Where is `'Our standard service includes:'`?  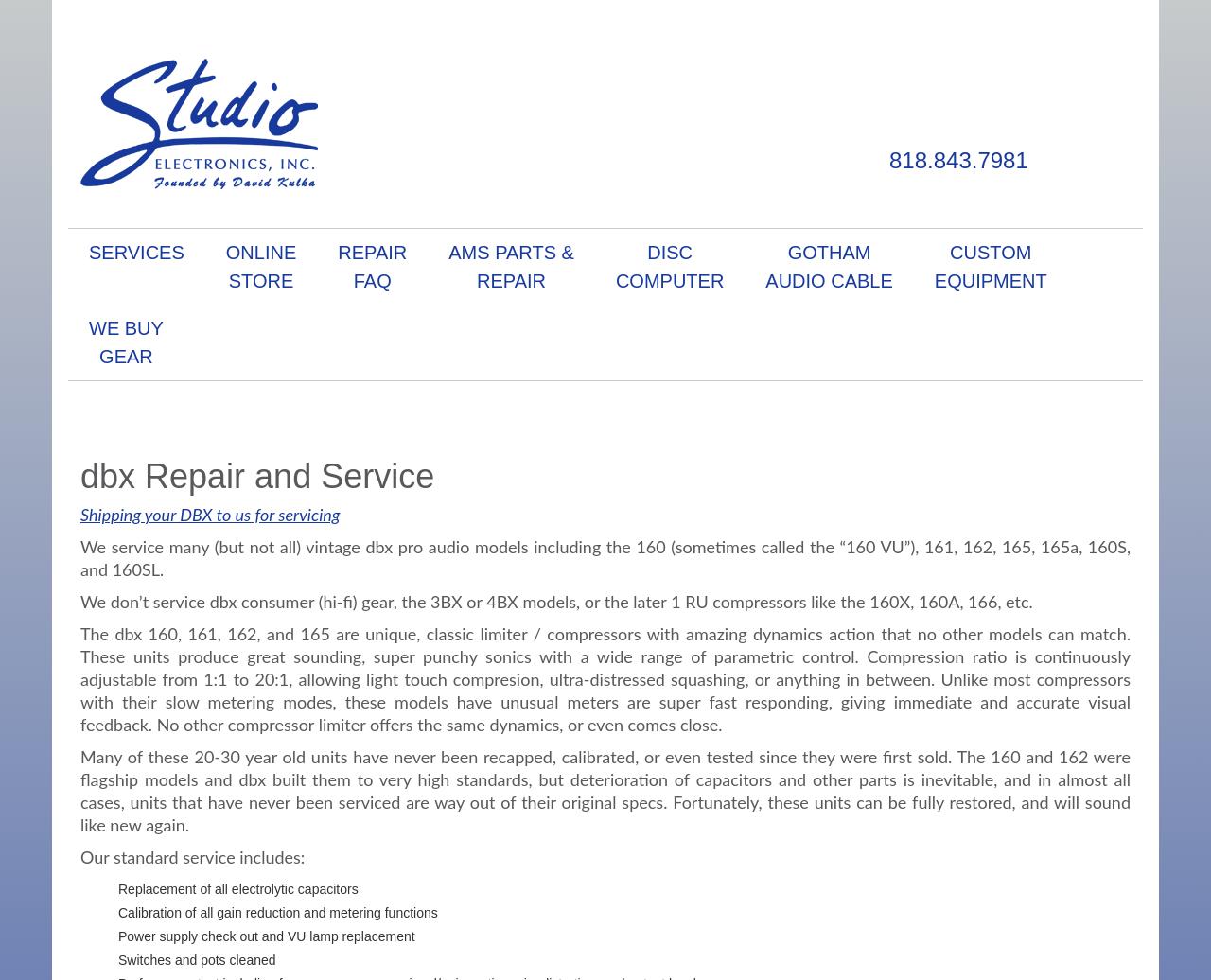 'Our standard service includes:' is located at coordinates (192, 858).